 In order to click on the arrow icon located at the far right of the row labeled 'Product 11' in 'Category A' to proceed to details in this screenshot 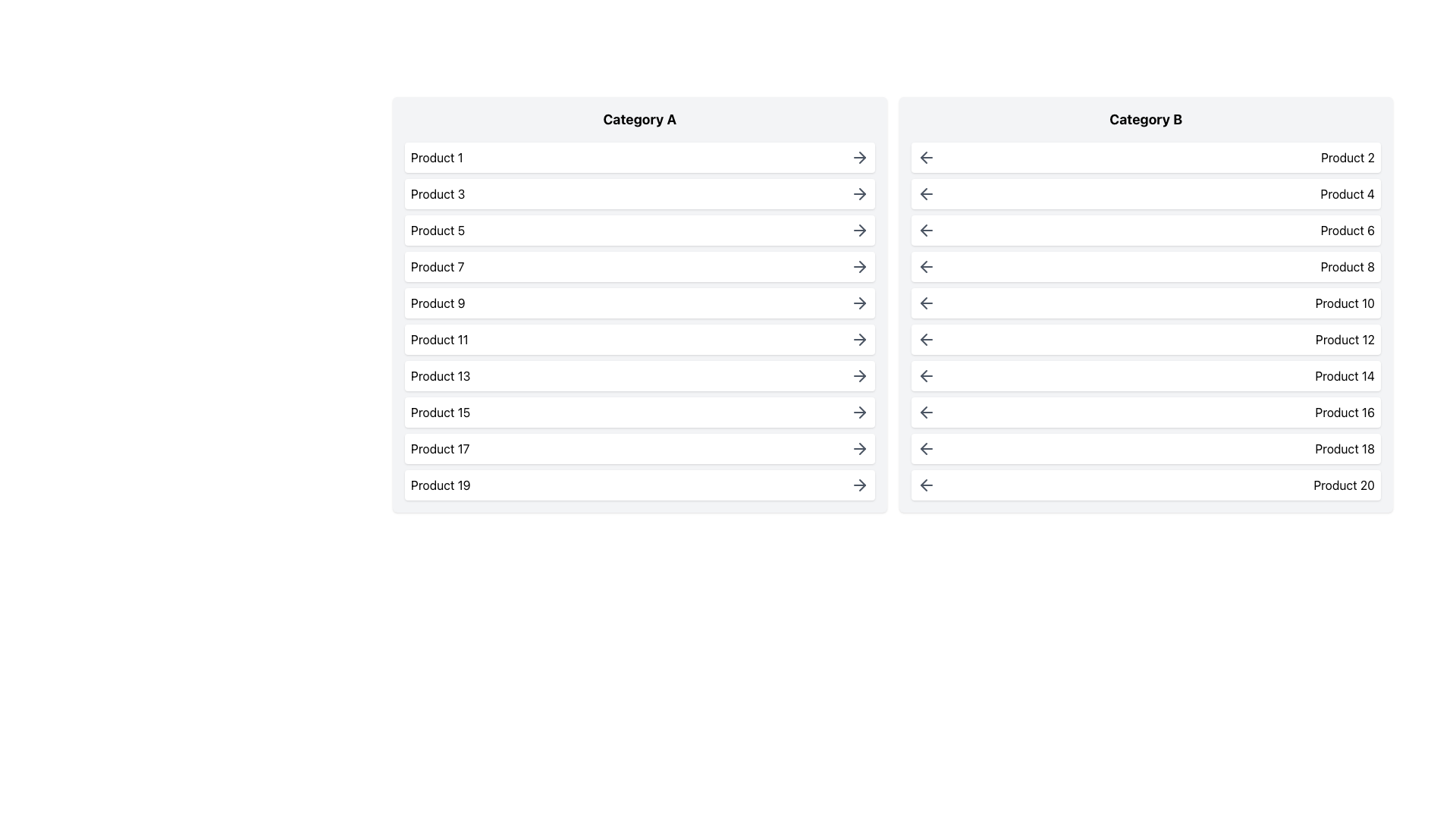, I will do `click(859, 338)`.